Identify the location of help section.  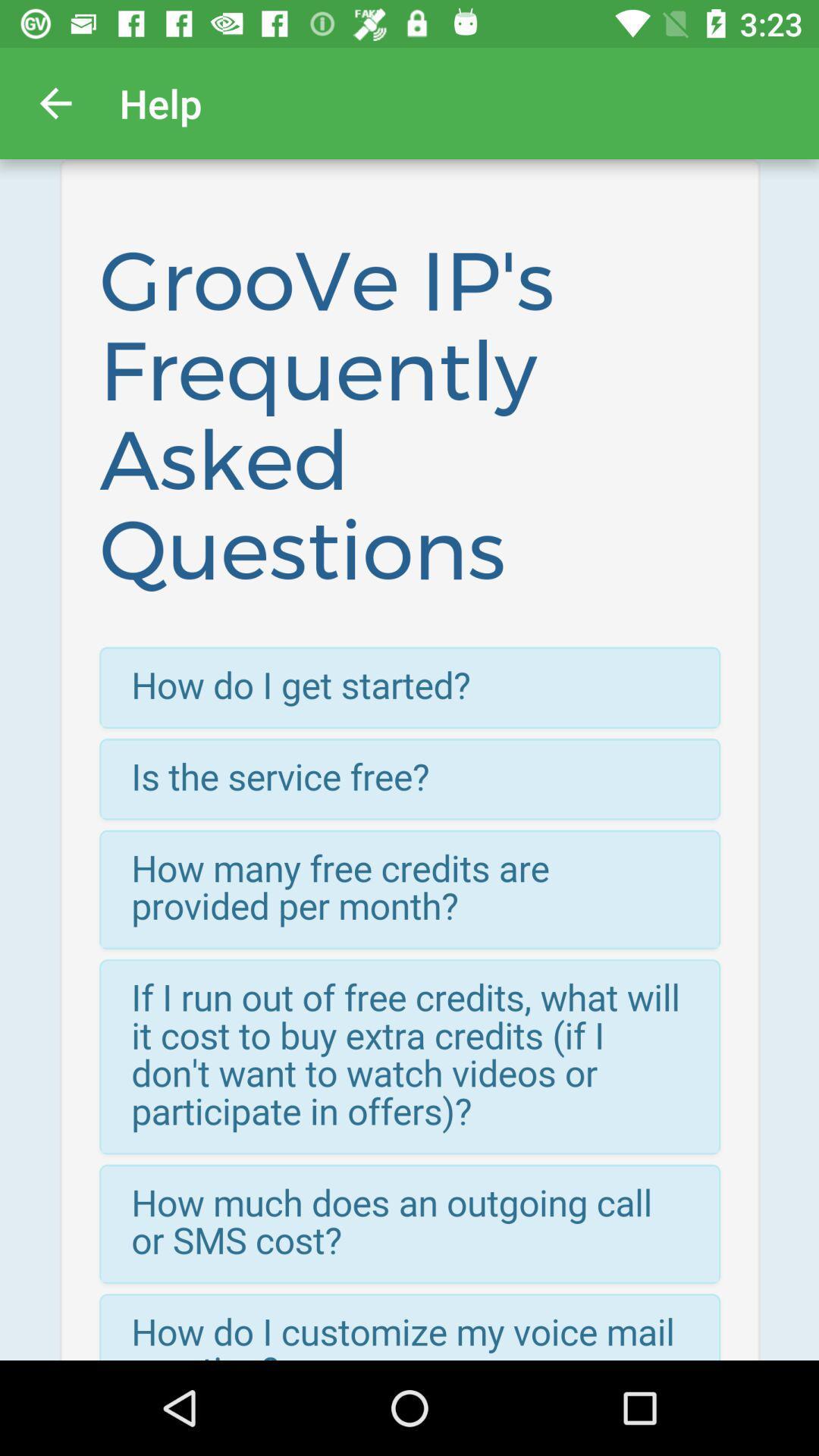
(409, 760).